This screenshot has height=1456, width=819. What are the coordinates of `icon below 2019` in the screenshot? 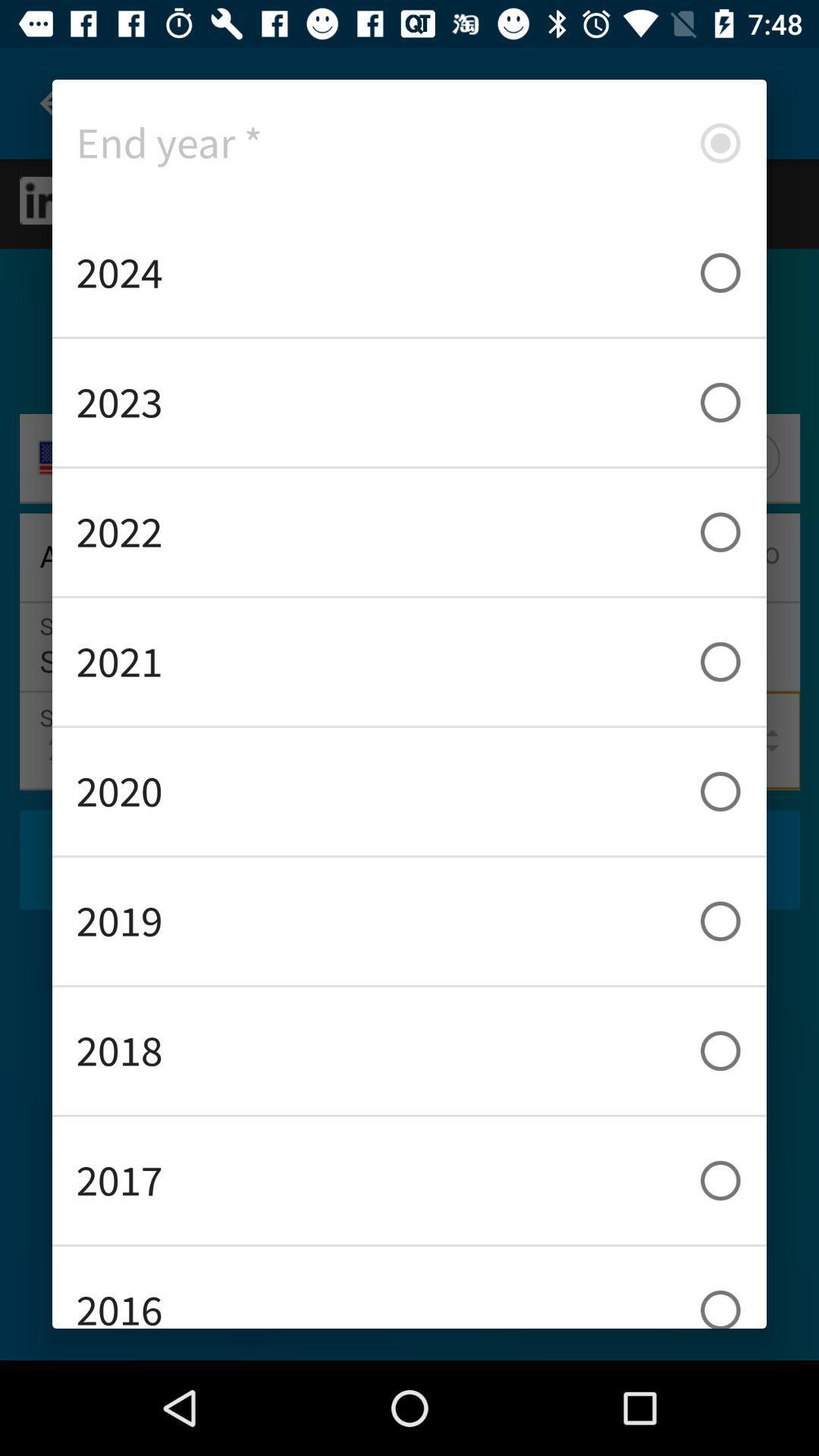 It's located at (409, 1050).